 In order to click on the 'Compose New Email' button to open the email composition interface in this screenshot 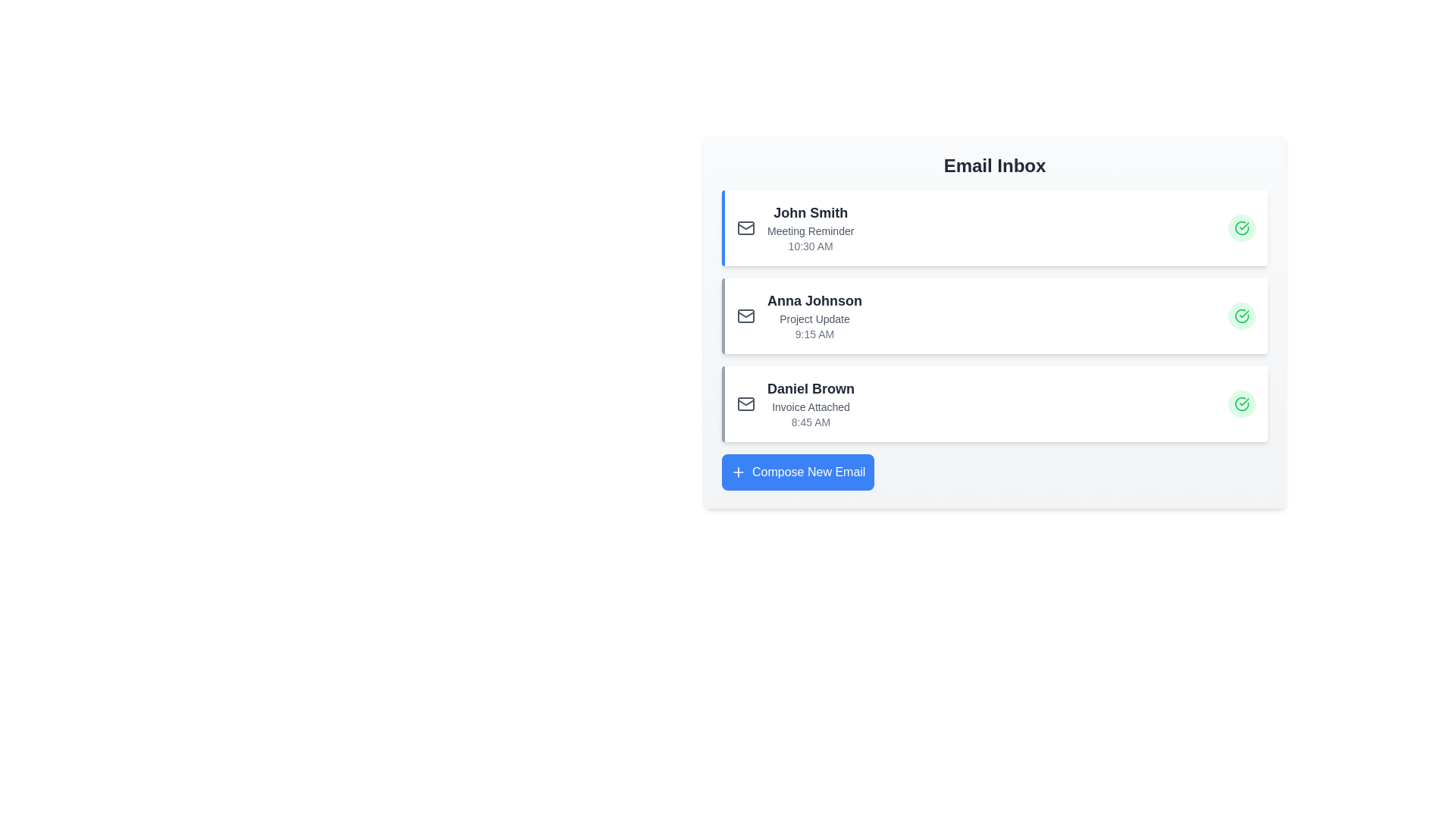, I will do `click(796, 472)`.